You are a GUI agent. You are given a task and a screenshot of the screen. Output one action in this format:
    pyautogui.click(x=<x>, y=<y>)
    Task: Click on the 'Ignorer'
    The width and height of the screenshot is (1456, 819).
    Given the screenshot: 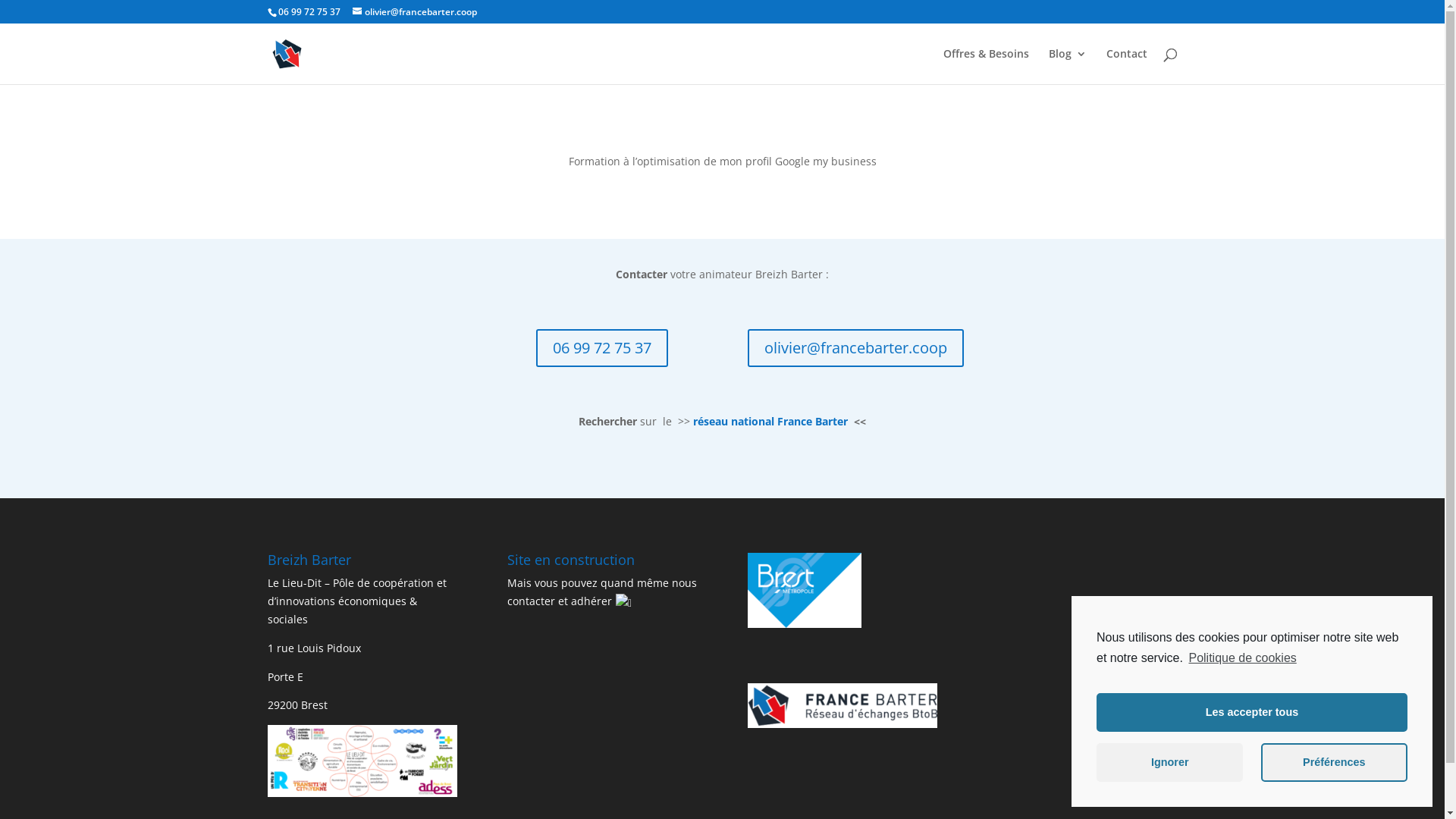 What is the action you would take?
    pyautogui.click(x=1096, y=762)
    